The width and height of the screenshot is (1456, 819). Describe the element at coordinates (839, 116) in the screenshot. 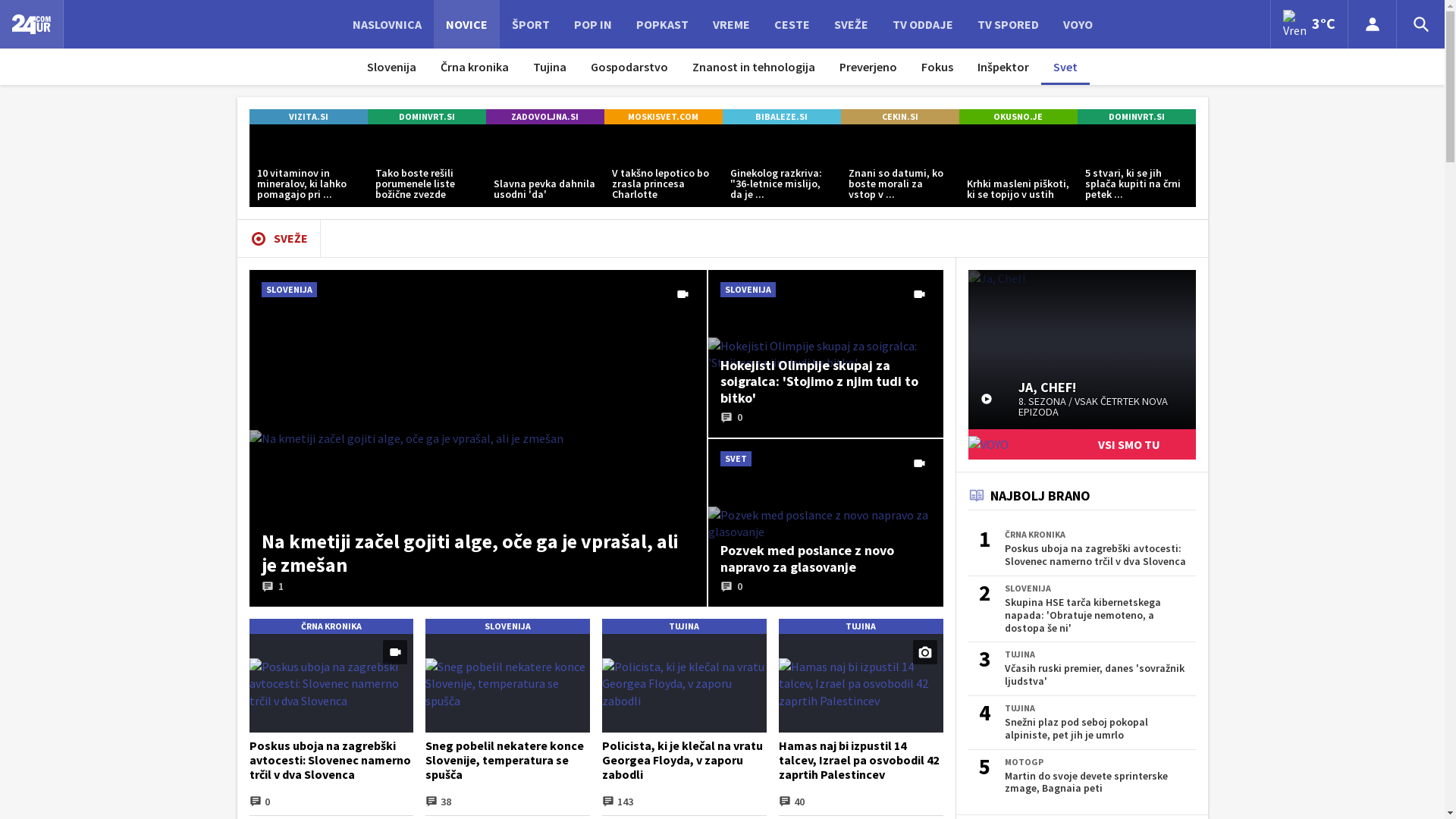

I see `'CEKIN.SI'` at that location.